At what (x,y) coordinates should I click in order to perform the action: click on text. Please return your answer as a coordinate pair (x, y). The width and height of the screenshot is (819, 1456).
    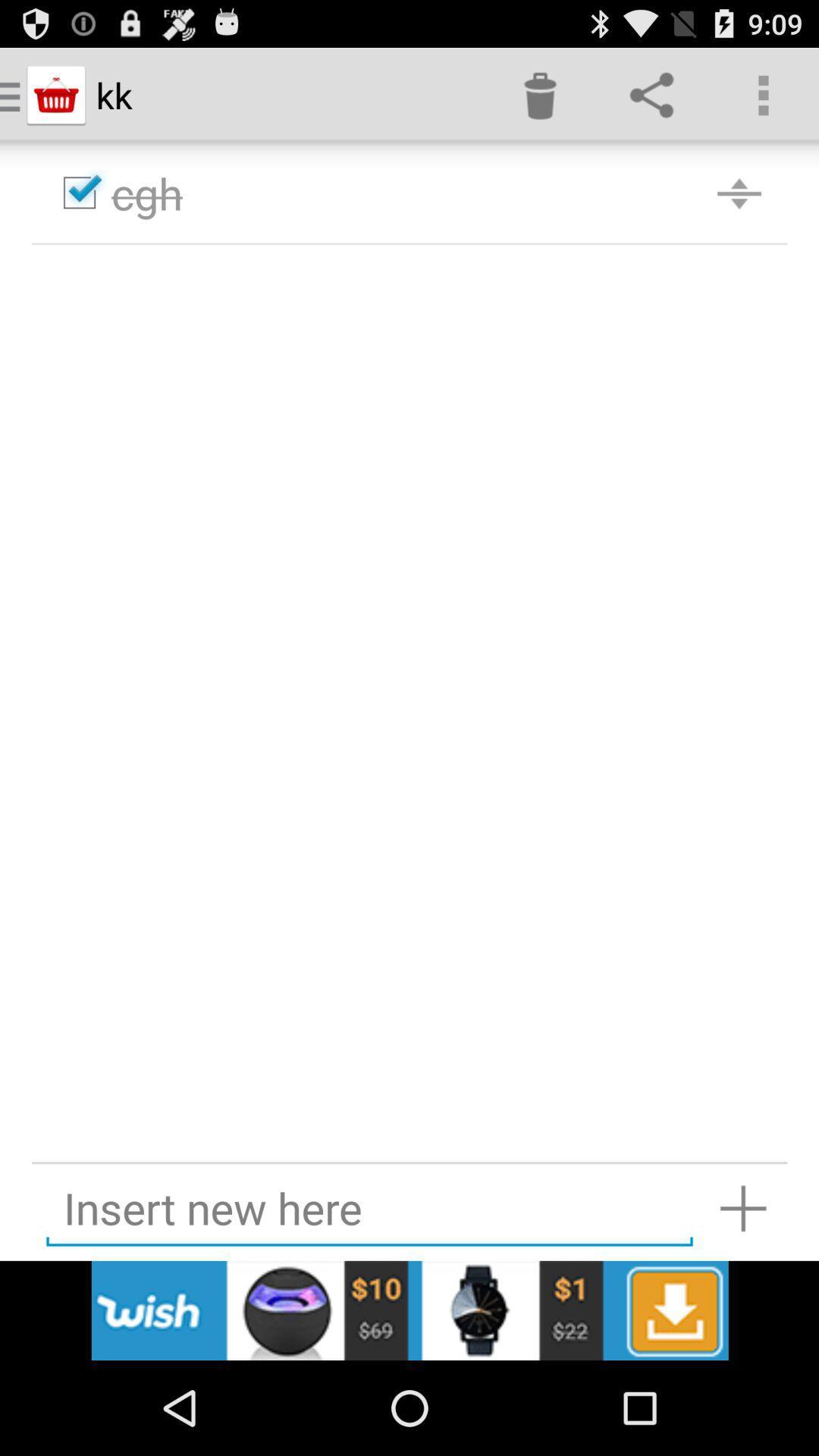
    Looking at the image, I should click on (369, 1207).